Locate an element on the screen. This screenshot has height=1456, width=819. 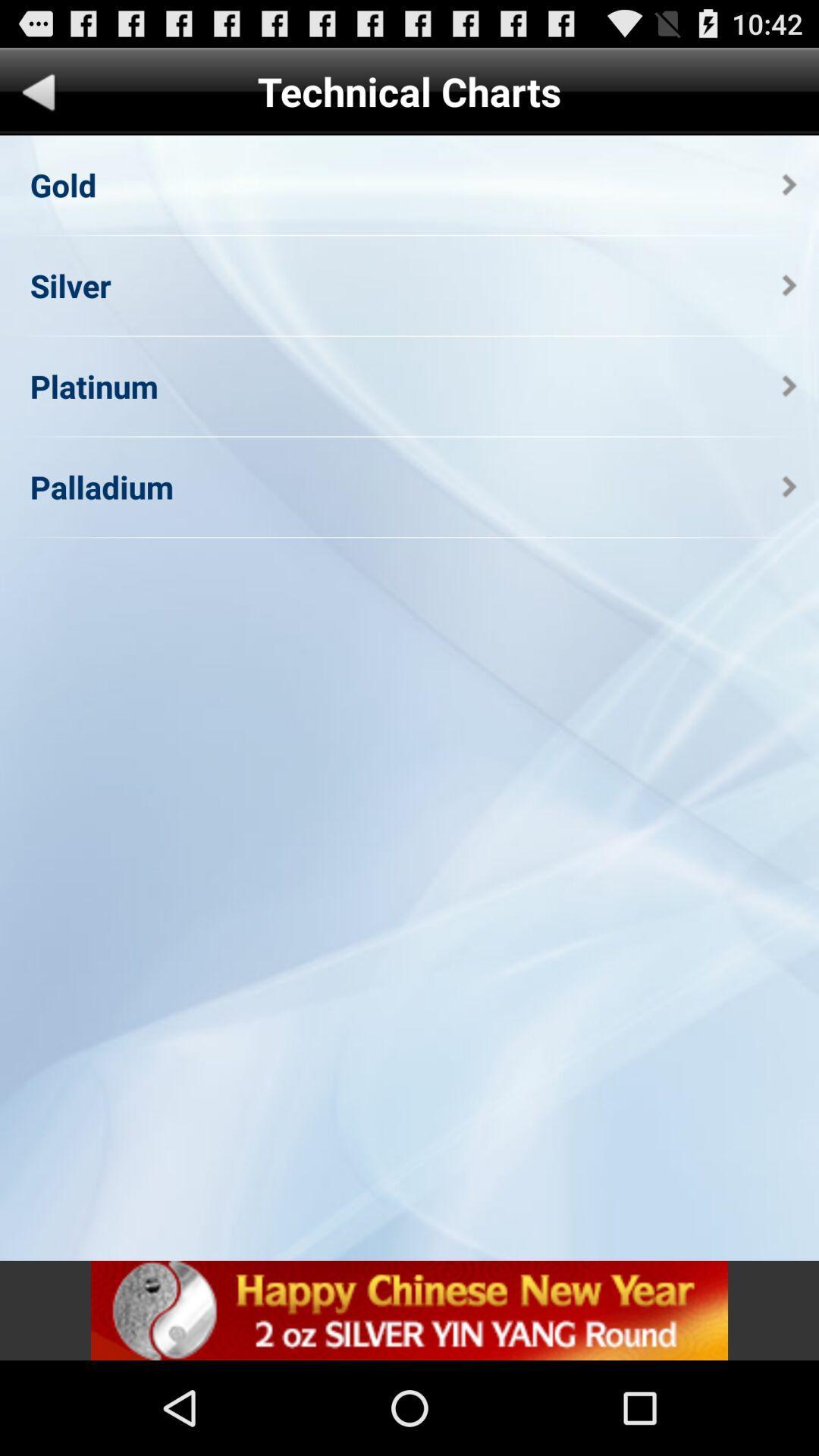
icon on the left is located at coordinates (102, 487).